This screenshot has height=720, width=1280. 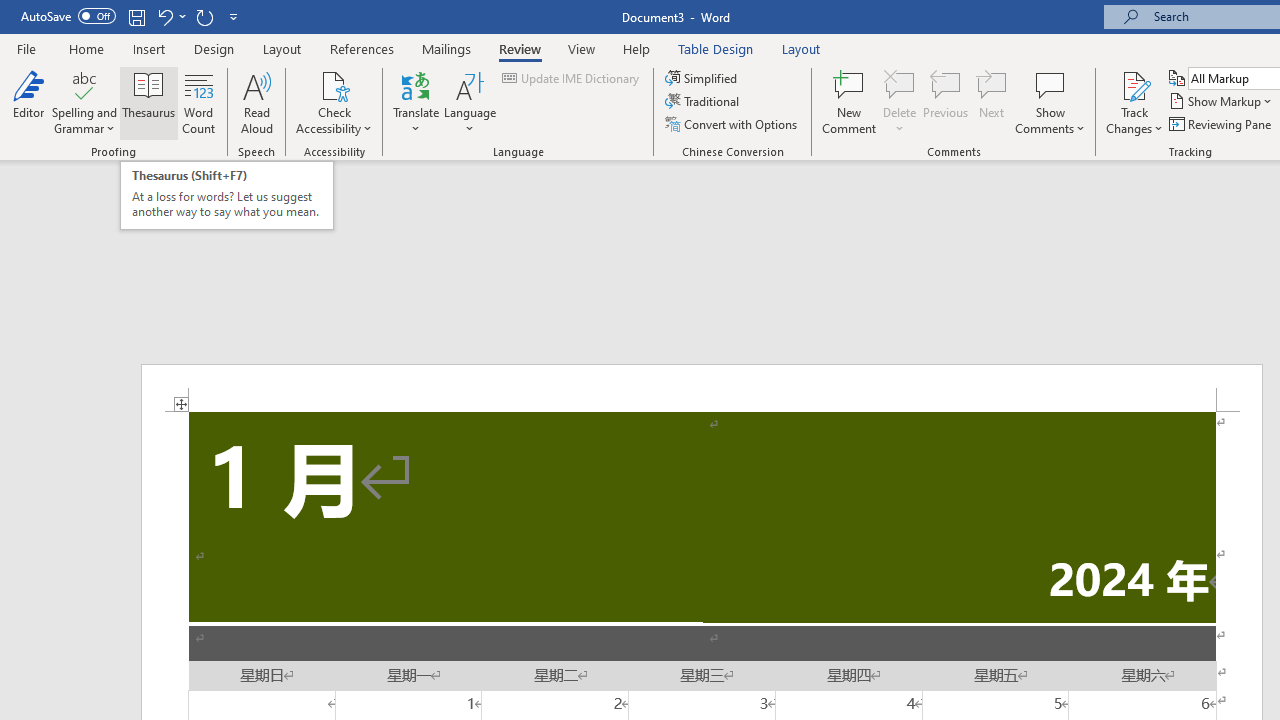 What do you see at coordinates (899, 84) in the screenshot?
I see `'Delete'` at bounding box center [899, 84].